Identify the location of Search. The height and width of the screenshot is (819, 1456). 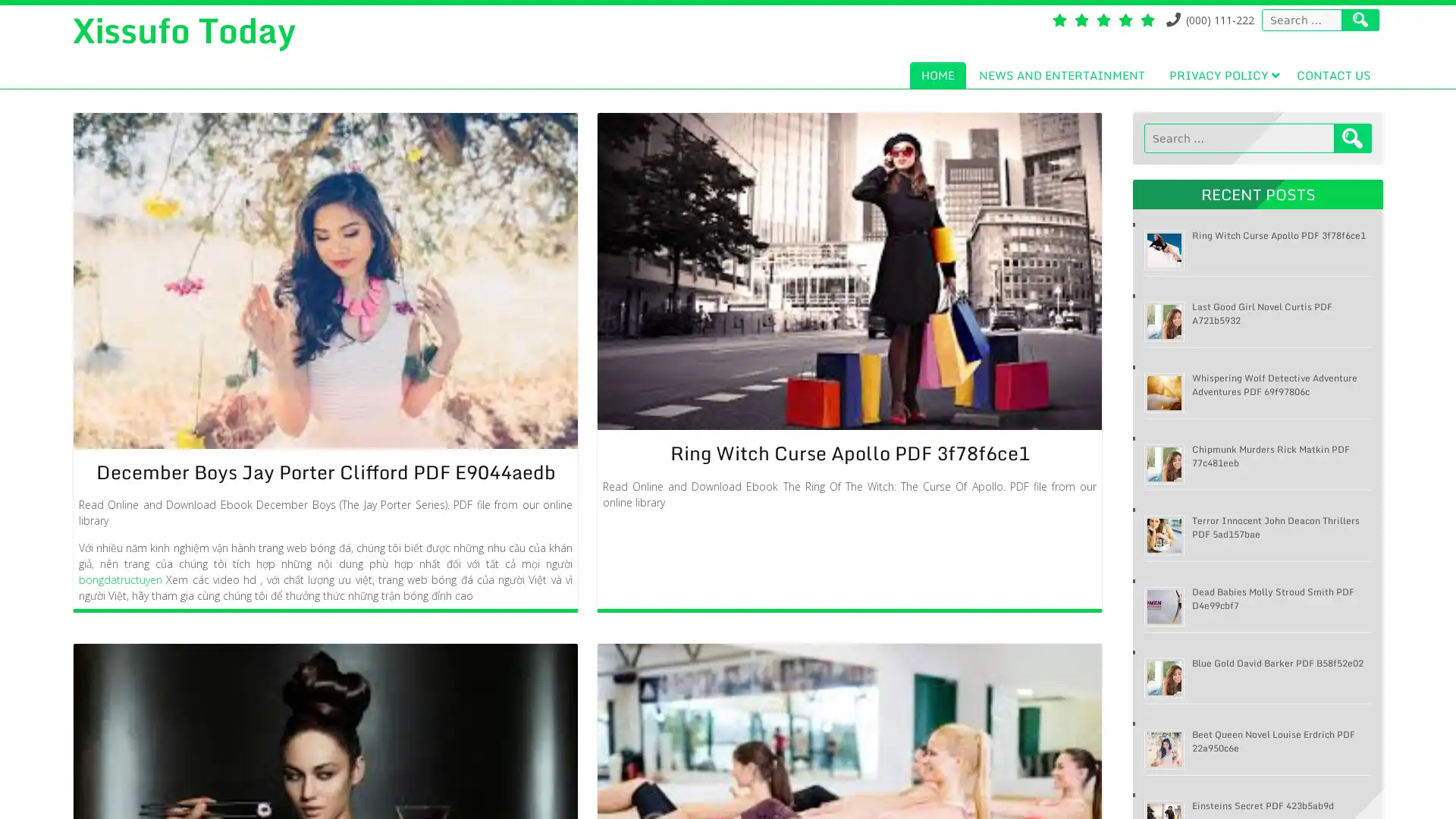
(1353, 138).